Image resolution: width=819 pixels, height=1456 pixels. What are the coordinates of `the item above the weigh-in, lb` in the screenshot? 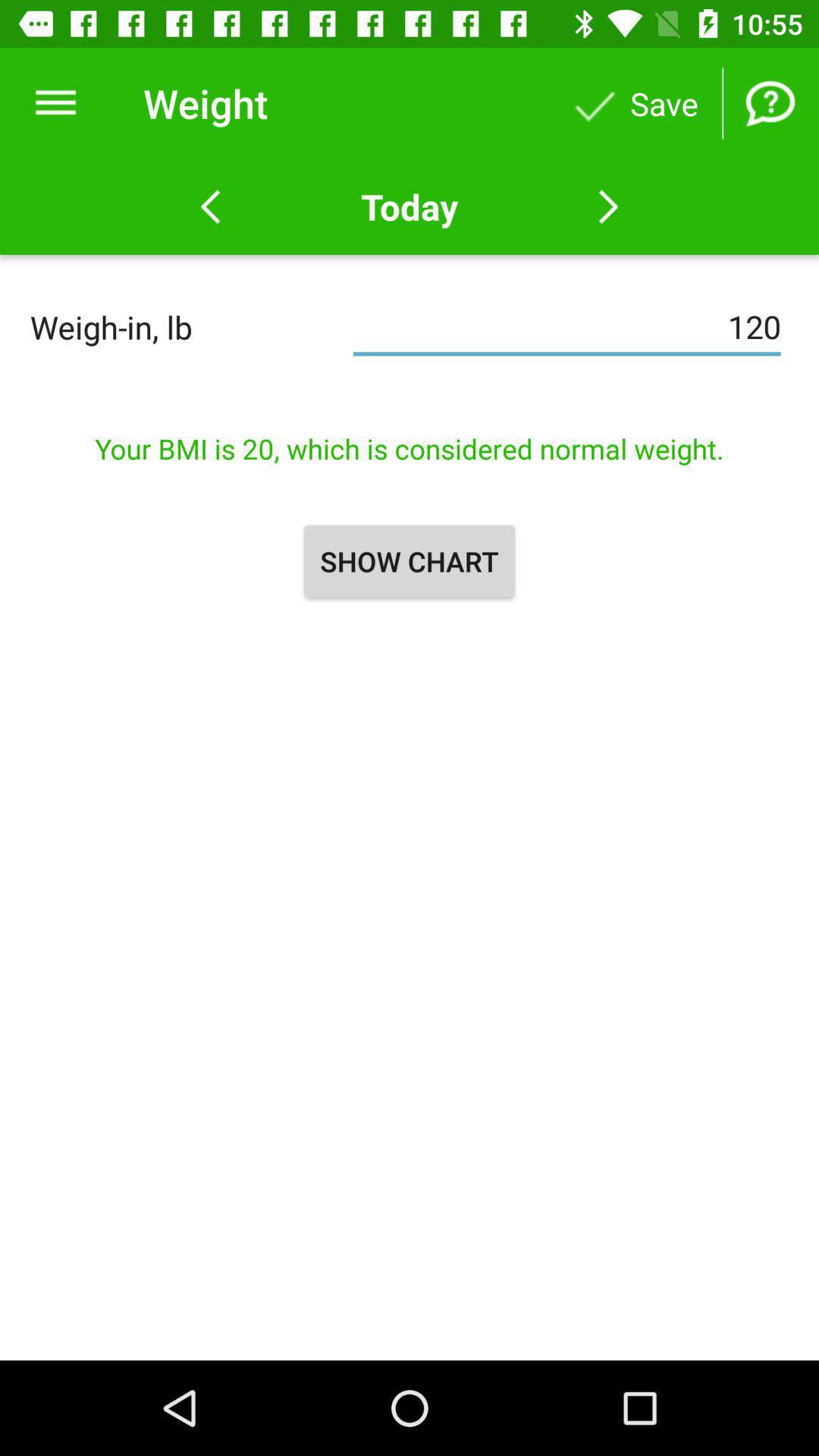 It's located at (55, 102).